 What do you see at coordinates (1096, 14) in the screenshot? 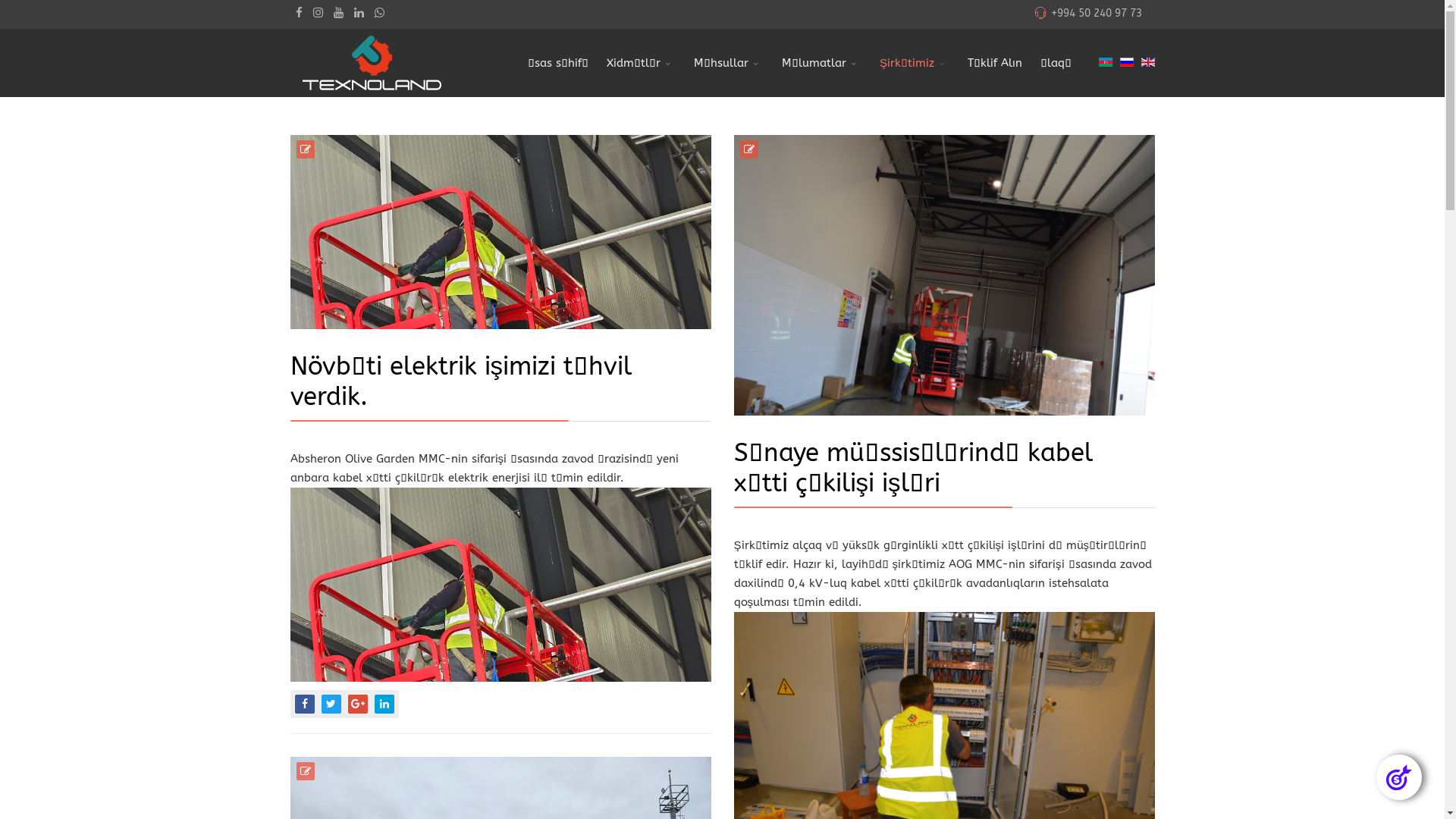
I see `'+994 50 240 97 73'` at bounding box center [1096, 14].